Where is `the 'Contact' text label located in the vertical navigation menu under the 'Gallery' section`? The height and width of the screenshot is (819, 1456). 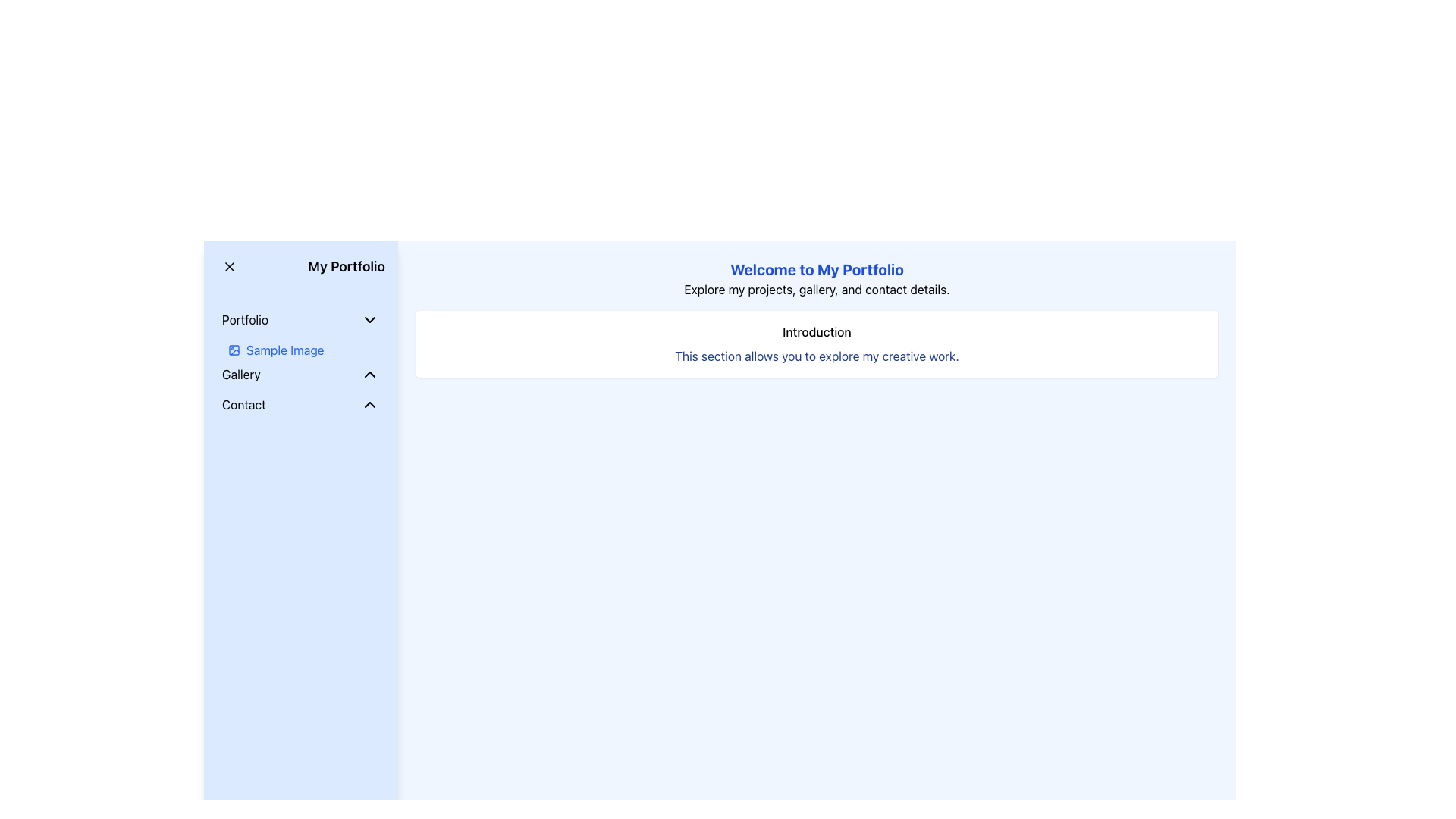
the 'Contact' text label located in the vertical navigation menu under the 'Gallery' section is located at coordinates (243, 403).